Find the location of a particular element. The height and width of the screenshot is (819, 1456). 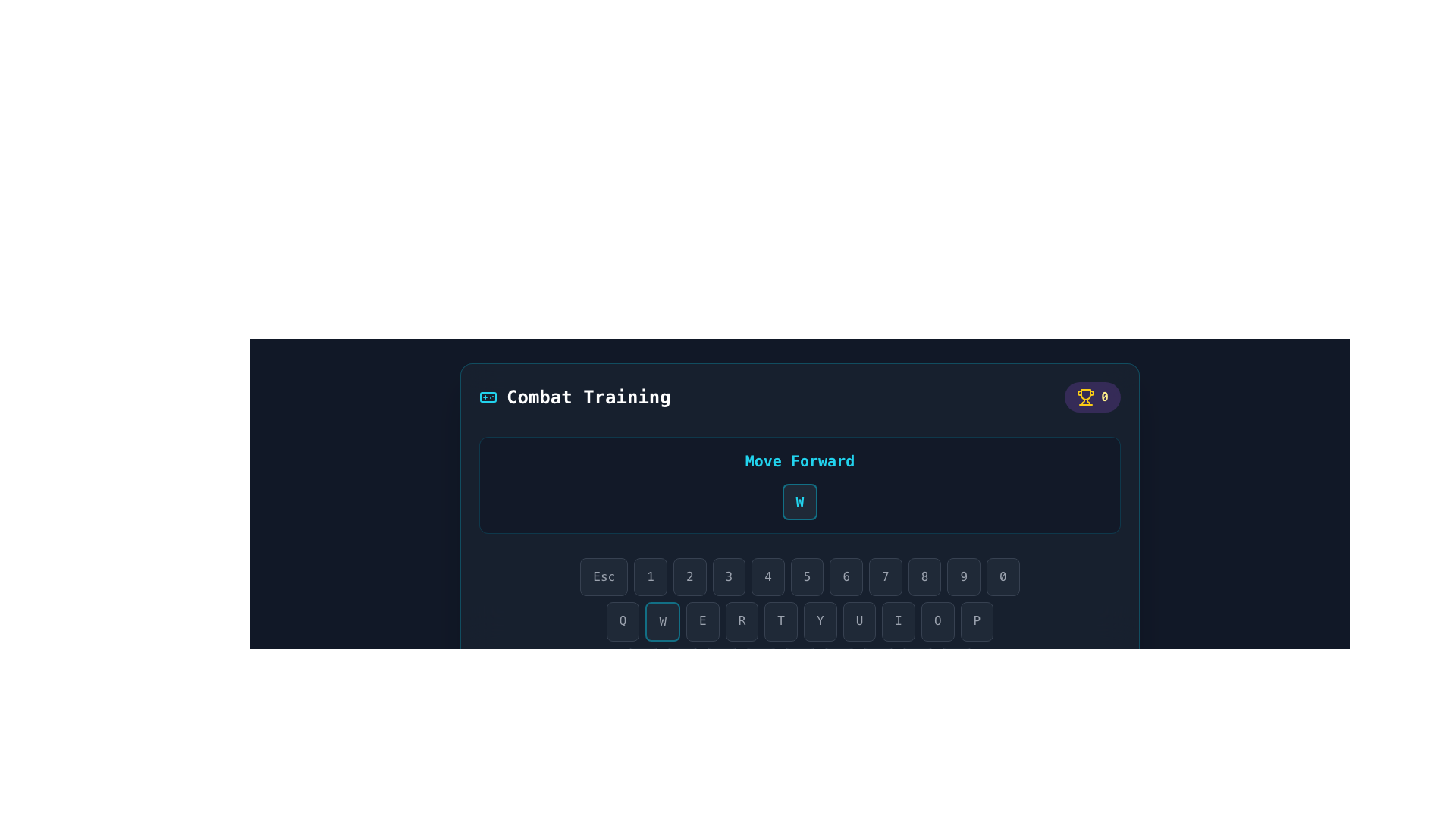

the square button labeled 'I' with a gray background, which is the eighth button in the row of buttons spelling 'QWERTYUIOP', to initiate its action is located at coordinates (899, 622).